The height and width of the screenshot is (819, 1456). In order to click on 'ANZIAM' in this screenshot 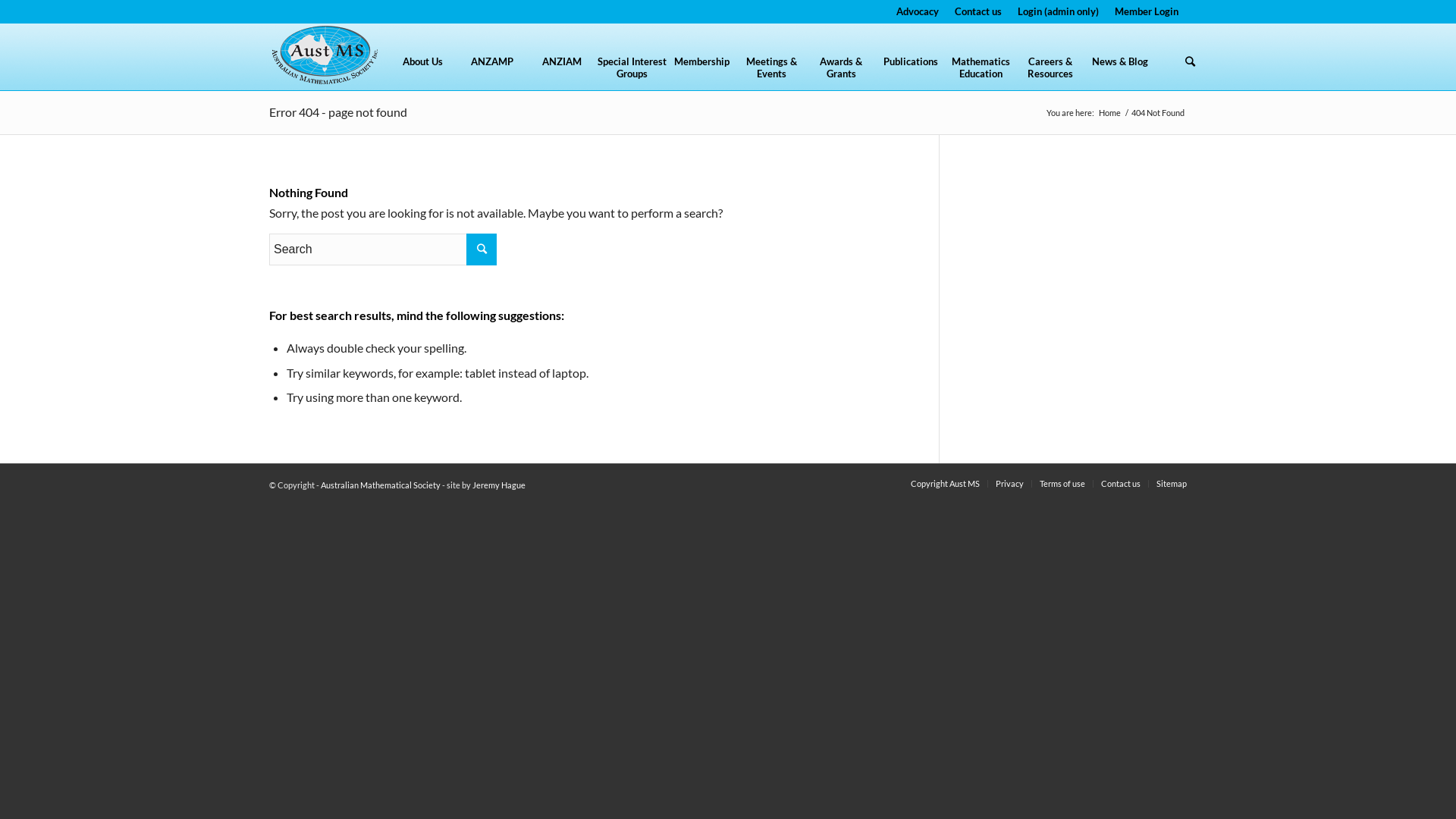, I will do `click(560, 72)`.